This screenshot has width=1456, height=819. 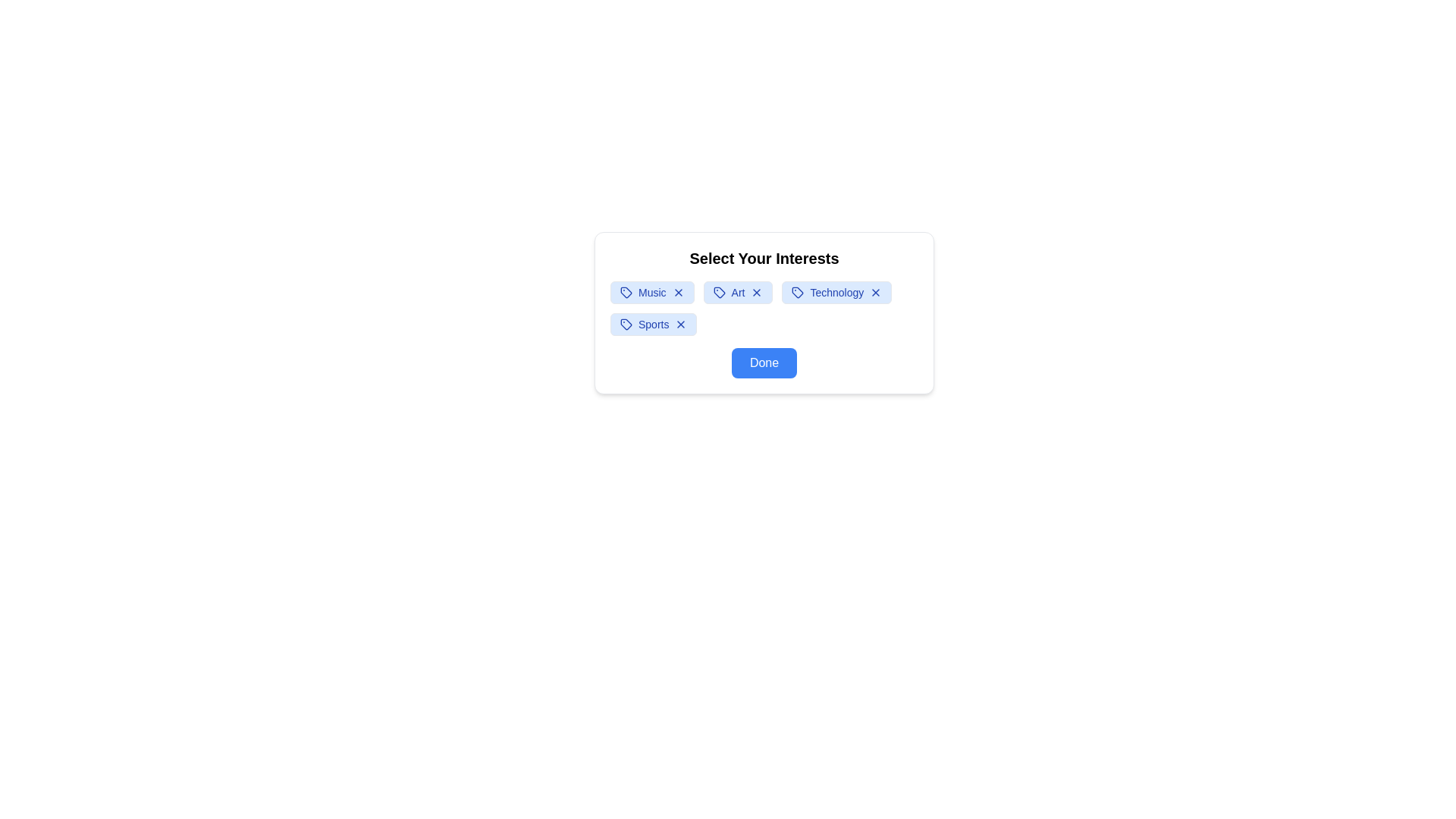 What do you see at coordinates (757, 292) in the screenshot?
I see `close (X) button on the interest tag labeled Art` at bounding box center [757, 292].